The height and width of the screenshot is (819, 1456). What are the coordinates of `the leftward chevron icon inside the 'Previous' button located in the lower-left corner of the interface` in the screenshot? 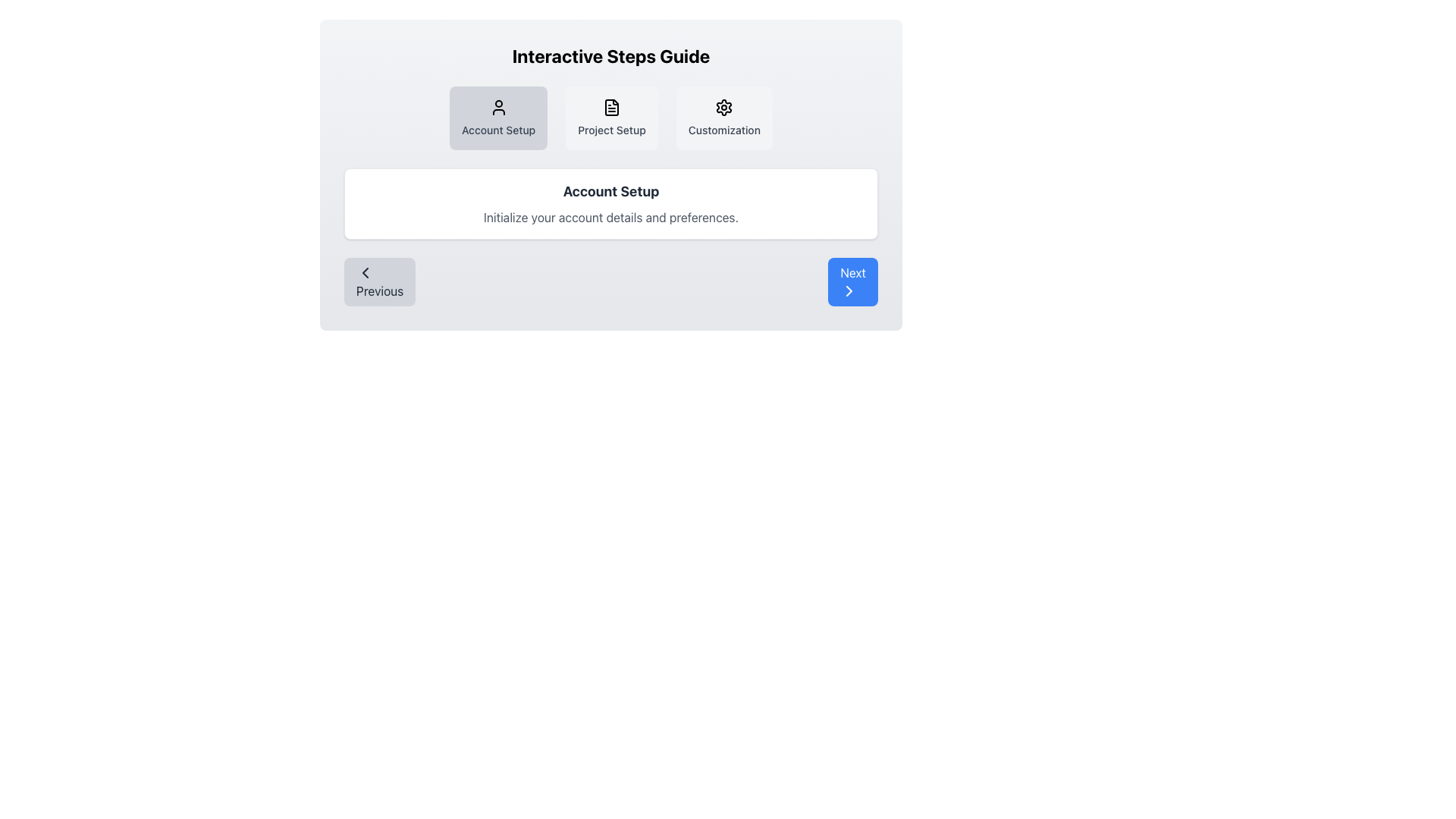 It's located at (365, 271).